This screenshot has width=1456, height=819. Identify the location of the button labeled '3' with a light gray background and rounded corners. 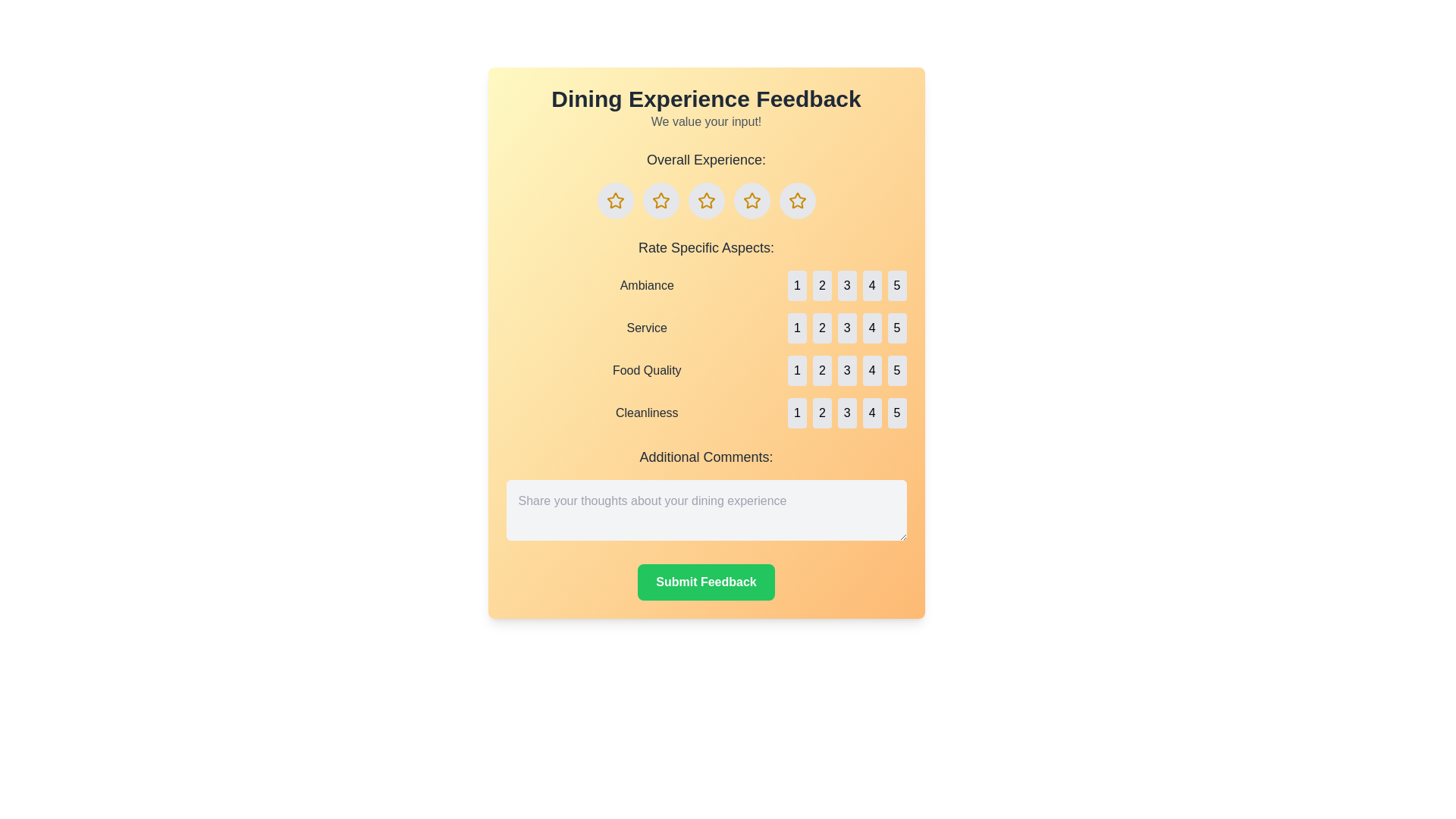
(846, 413).